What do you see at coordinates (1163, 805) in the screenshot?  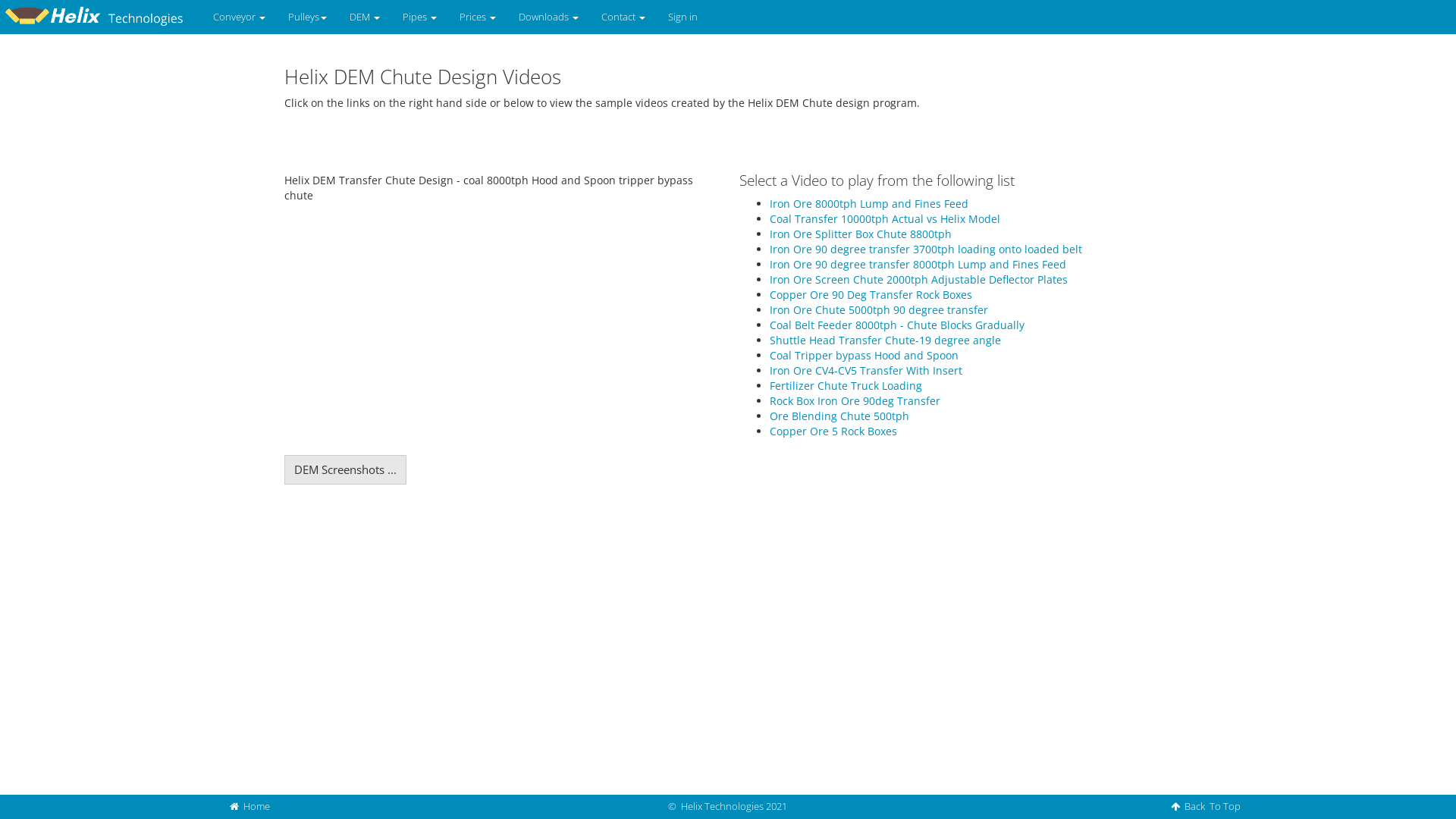 I see `'  Back  To Top'` at bounding box center [1163, 805].